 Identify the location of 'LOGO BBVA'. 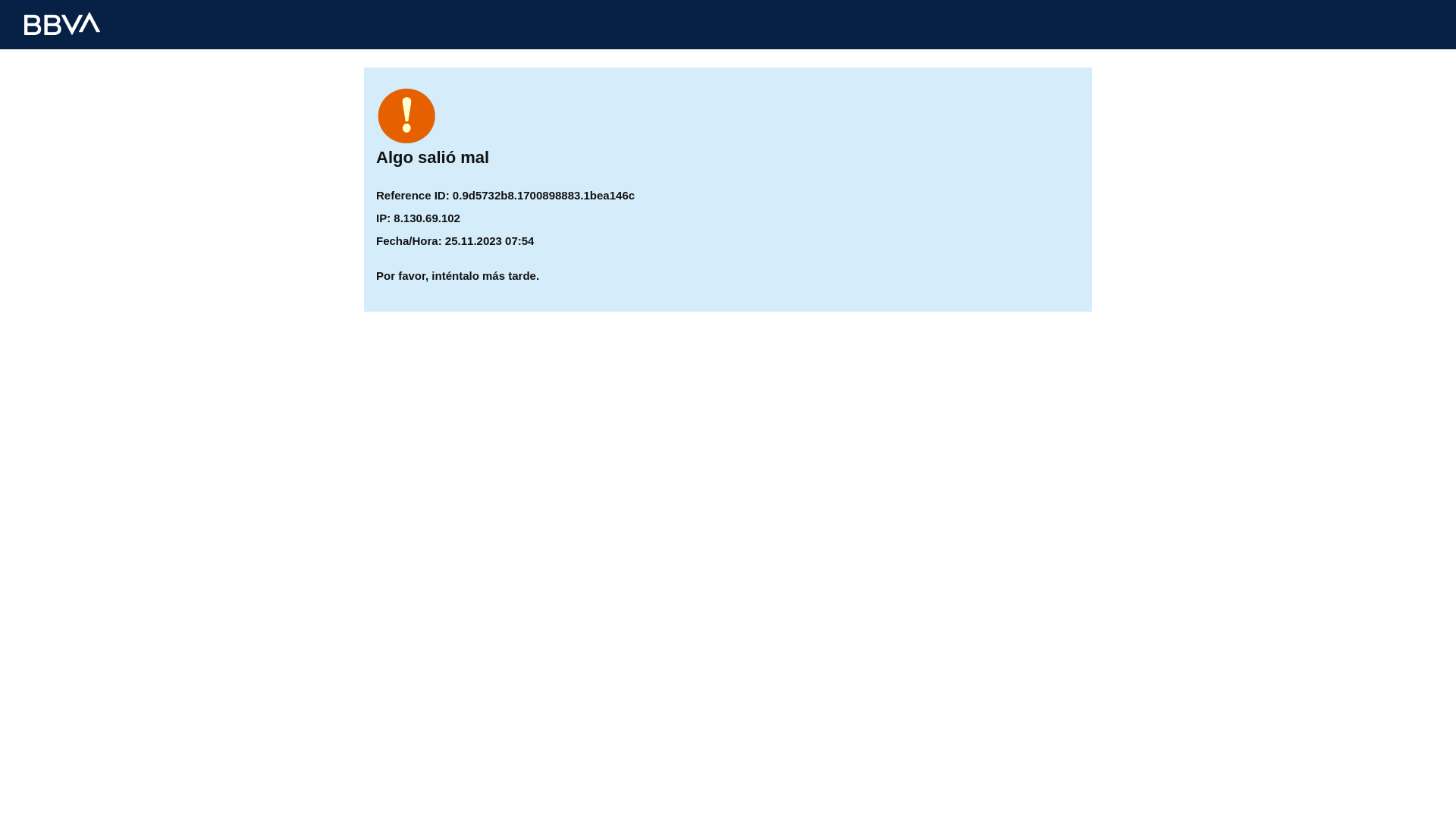
(61, 23).